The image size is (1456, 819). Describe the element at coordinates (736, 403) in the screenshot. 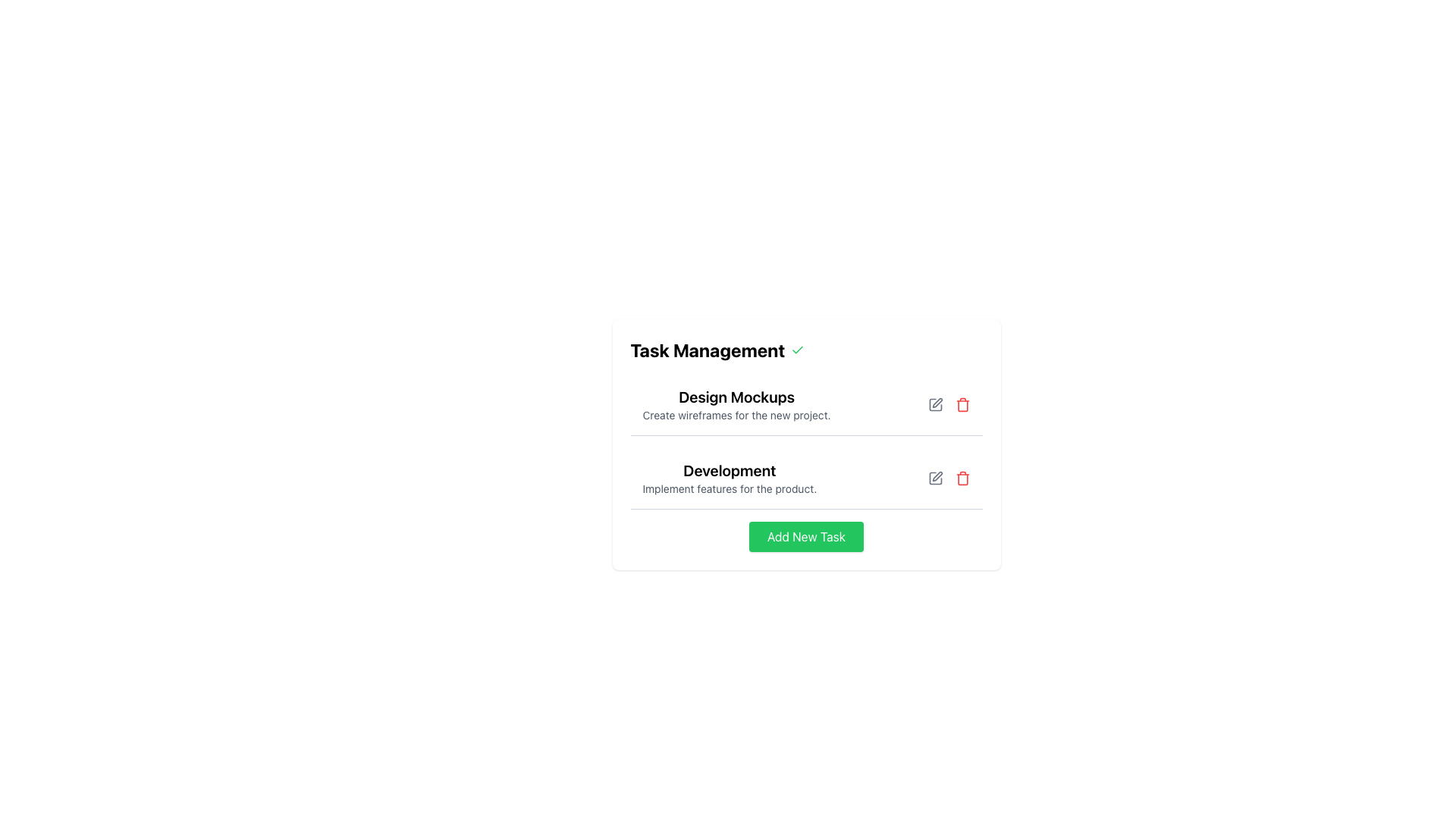

I see `the title 'Design Mockups' in the task list under the 'Task Management' section` at that location.